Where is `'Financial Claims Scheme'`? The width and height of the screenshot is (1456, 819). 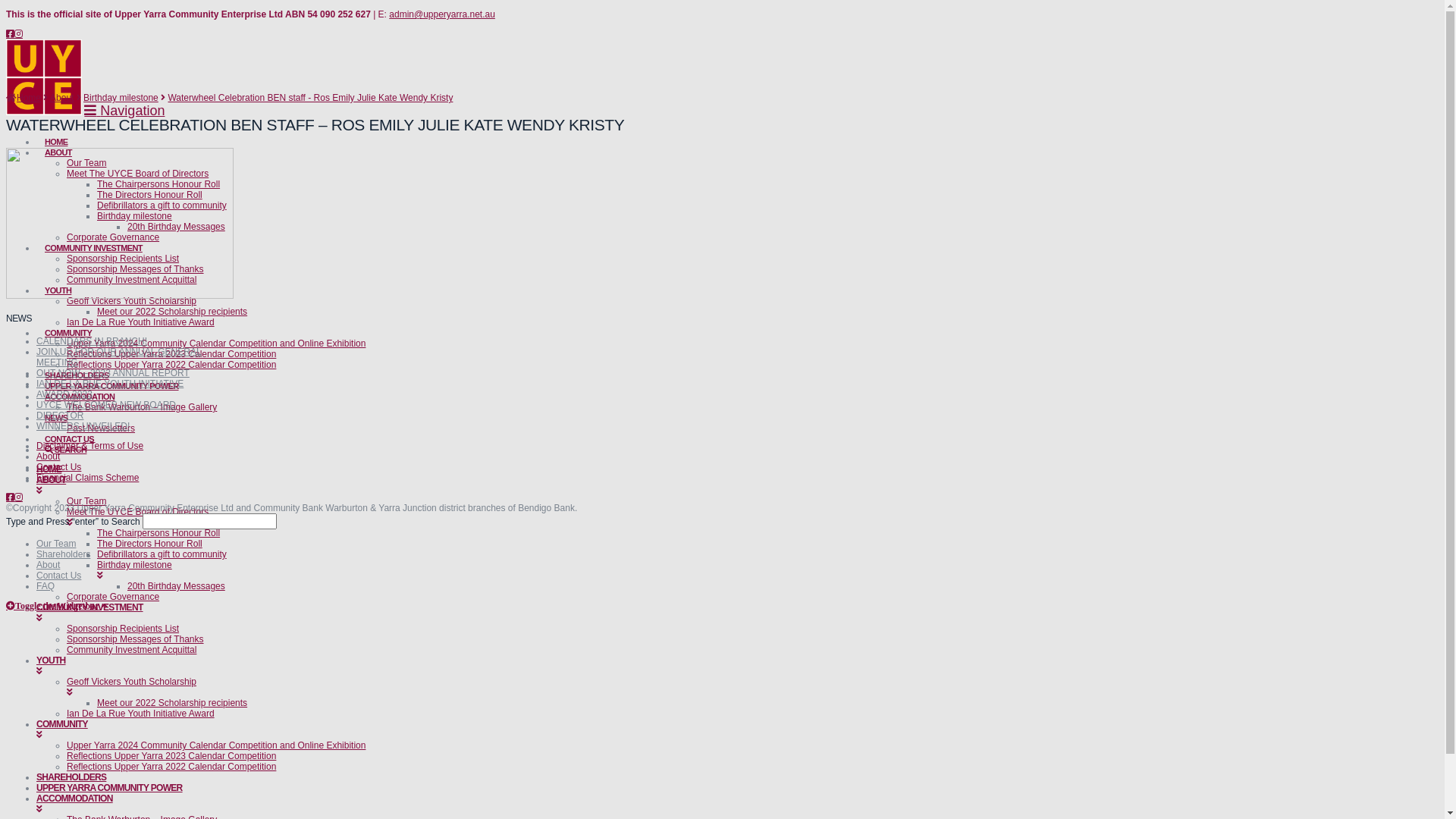 'Financial Claims Scheme' is located at coordinates (86, 476).